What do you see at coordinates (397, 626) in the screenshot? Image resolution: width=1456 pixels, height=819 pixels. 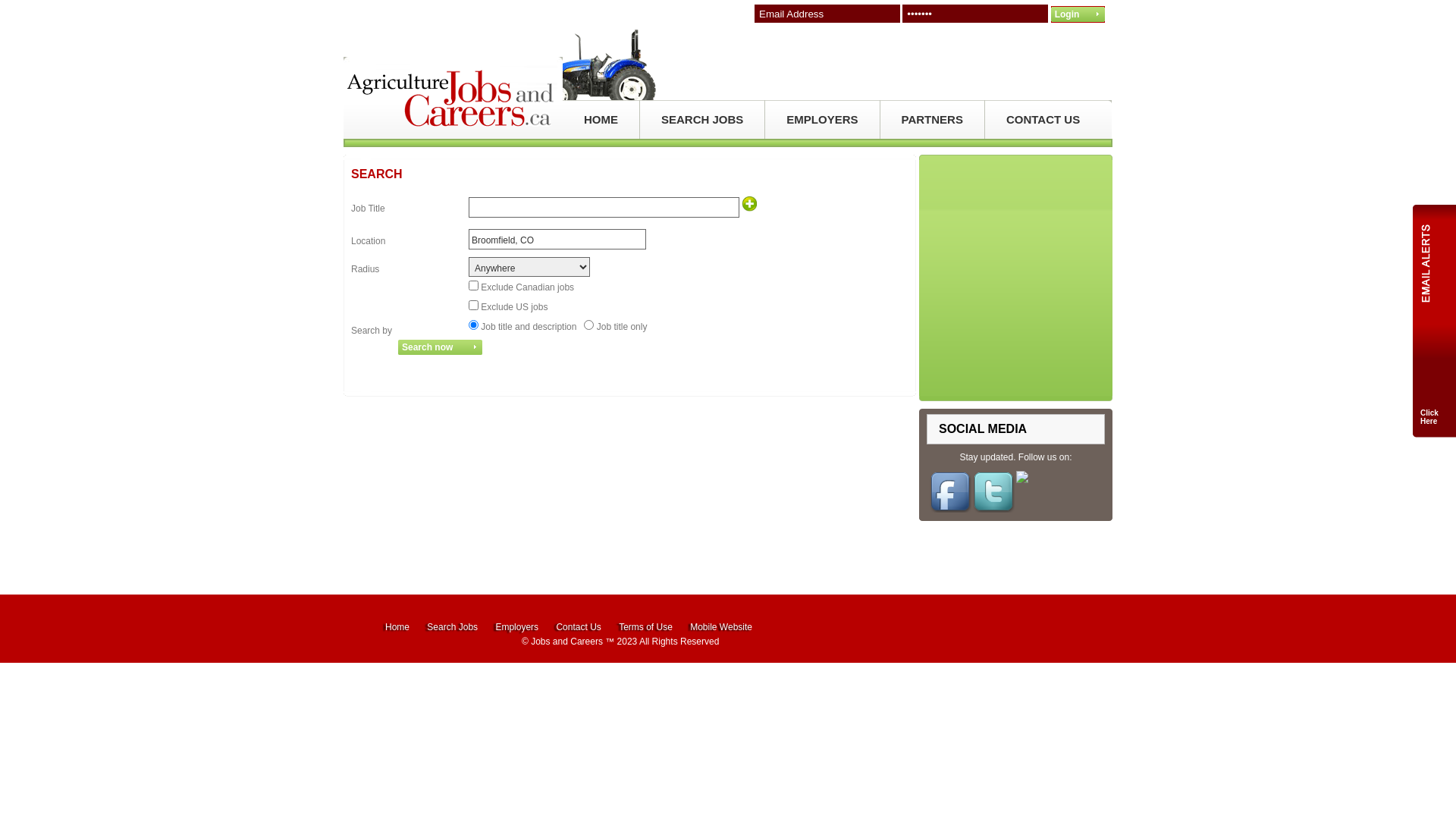 I see `'Home'` at bounding box center [397, 626].